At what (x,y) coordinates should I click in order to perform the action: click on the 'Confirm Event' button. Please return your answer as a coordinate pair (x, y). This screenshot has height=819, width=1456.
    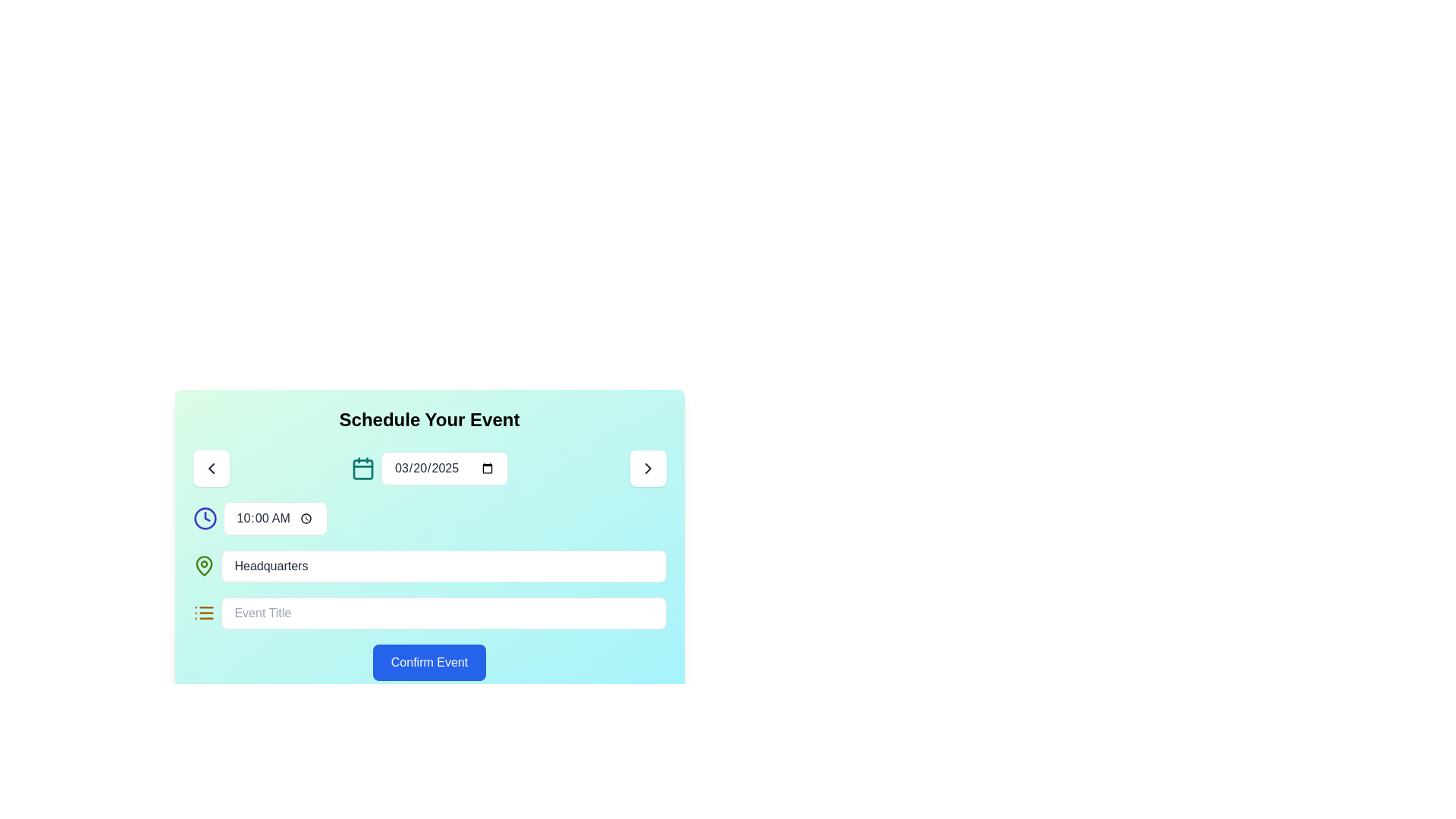
    Looking at the image, I should click on (428, 662).